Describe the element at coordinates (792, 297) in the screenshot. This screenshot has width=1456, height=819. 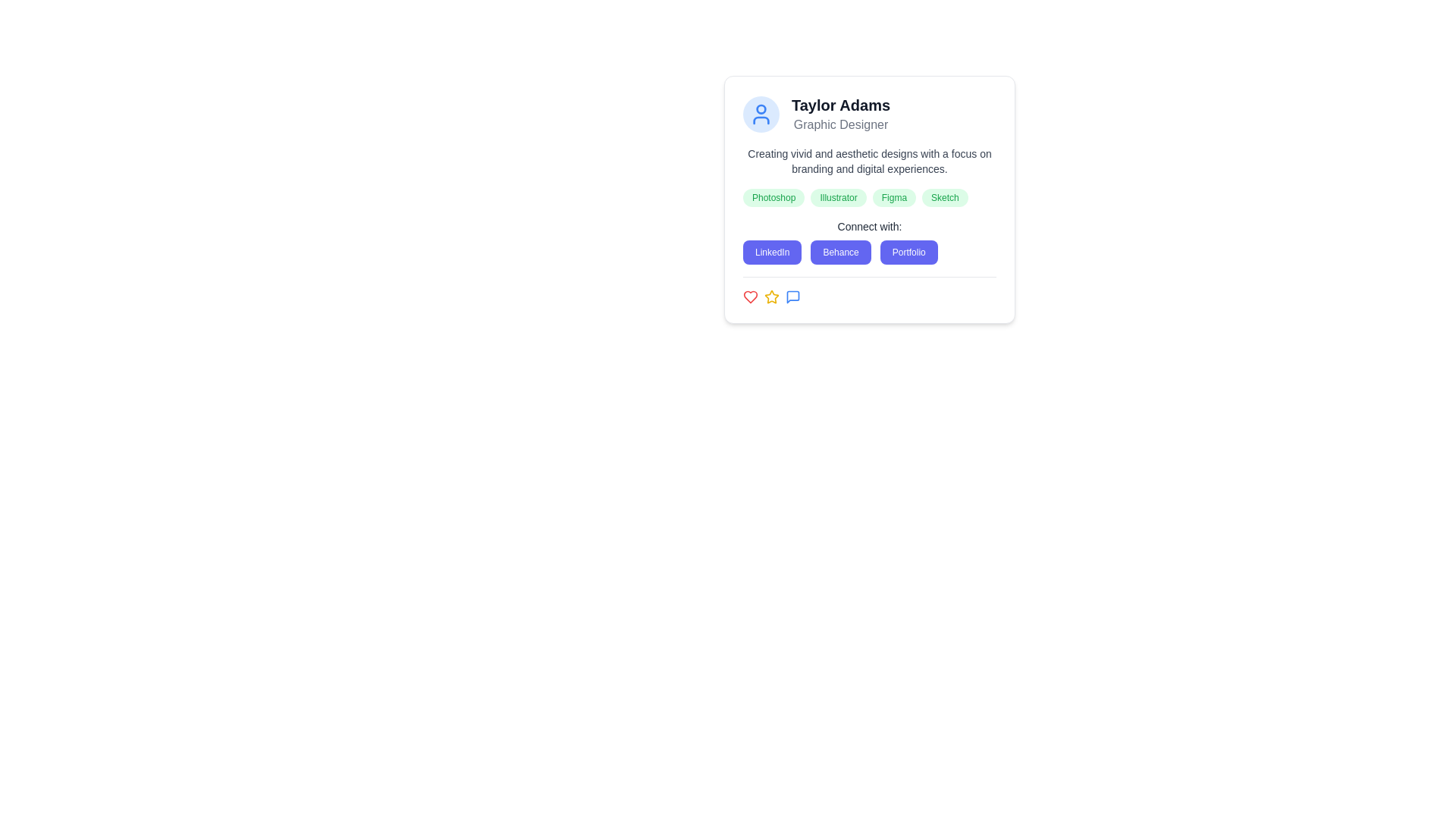
I see `the messaging icon located as the fourth item in a horizontal row at the bottom of the central card` at that location.